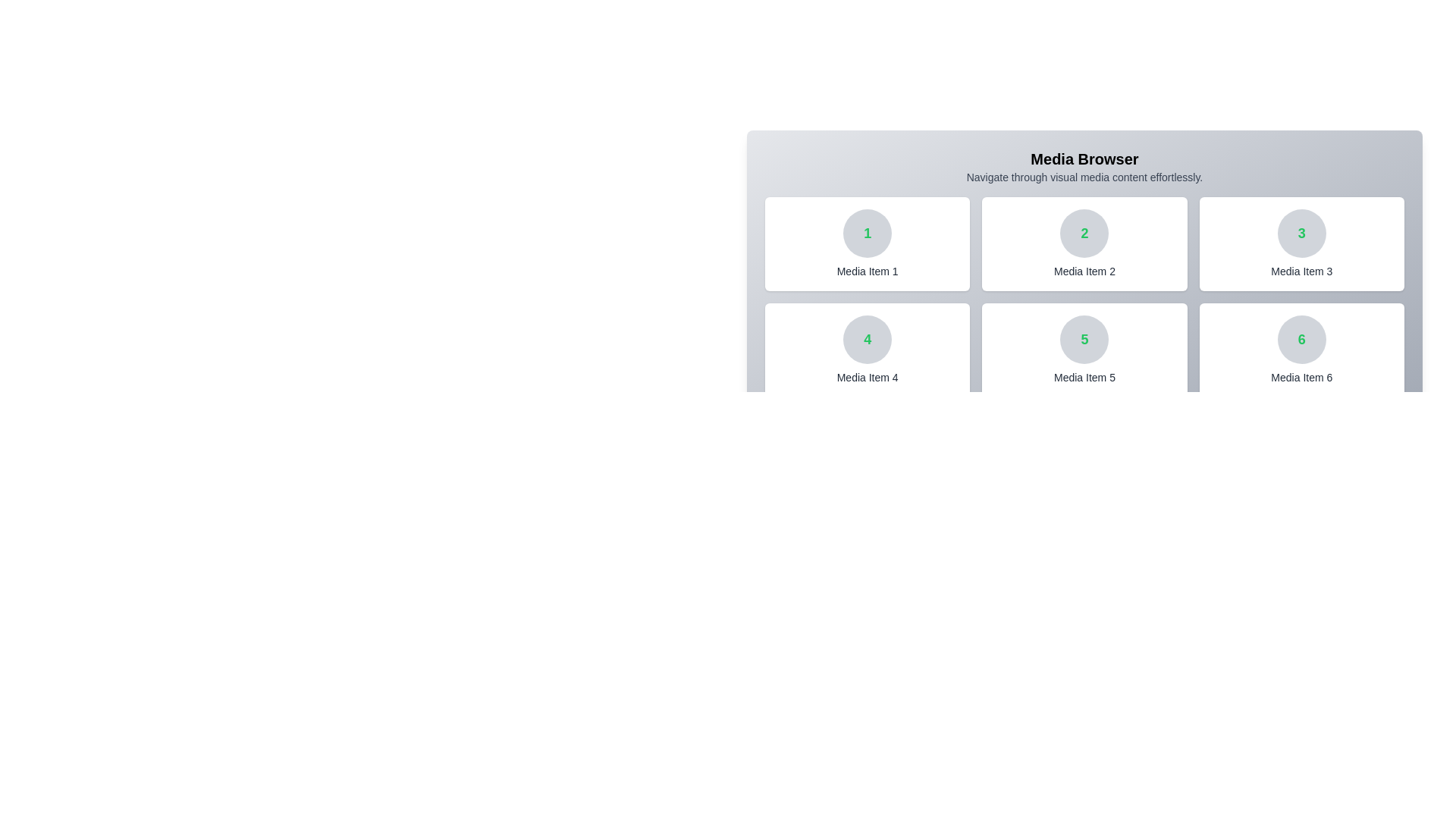 Image resolution: width=1456 pixels, height=819 pixels. I want to click on the card labeled 'Media Item 3', which features a circular icon with the number '3' and is located, so click(1301, 243).